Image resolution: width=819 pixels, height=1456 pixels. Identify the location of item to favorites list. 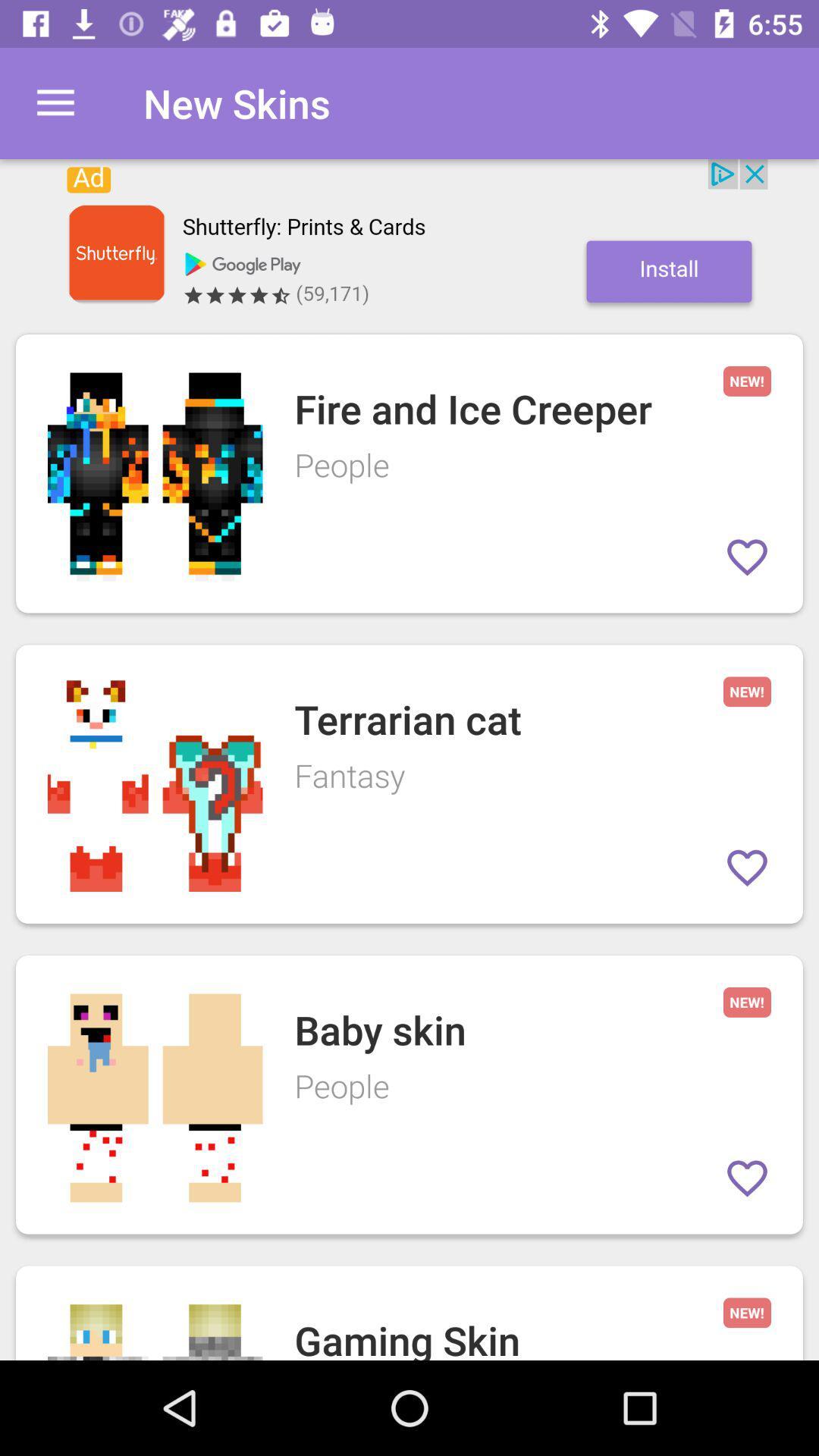
(746, 556).